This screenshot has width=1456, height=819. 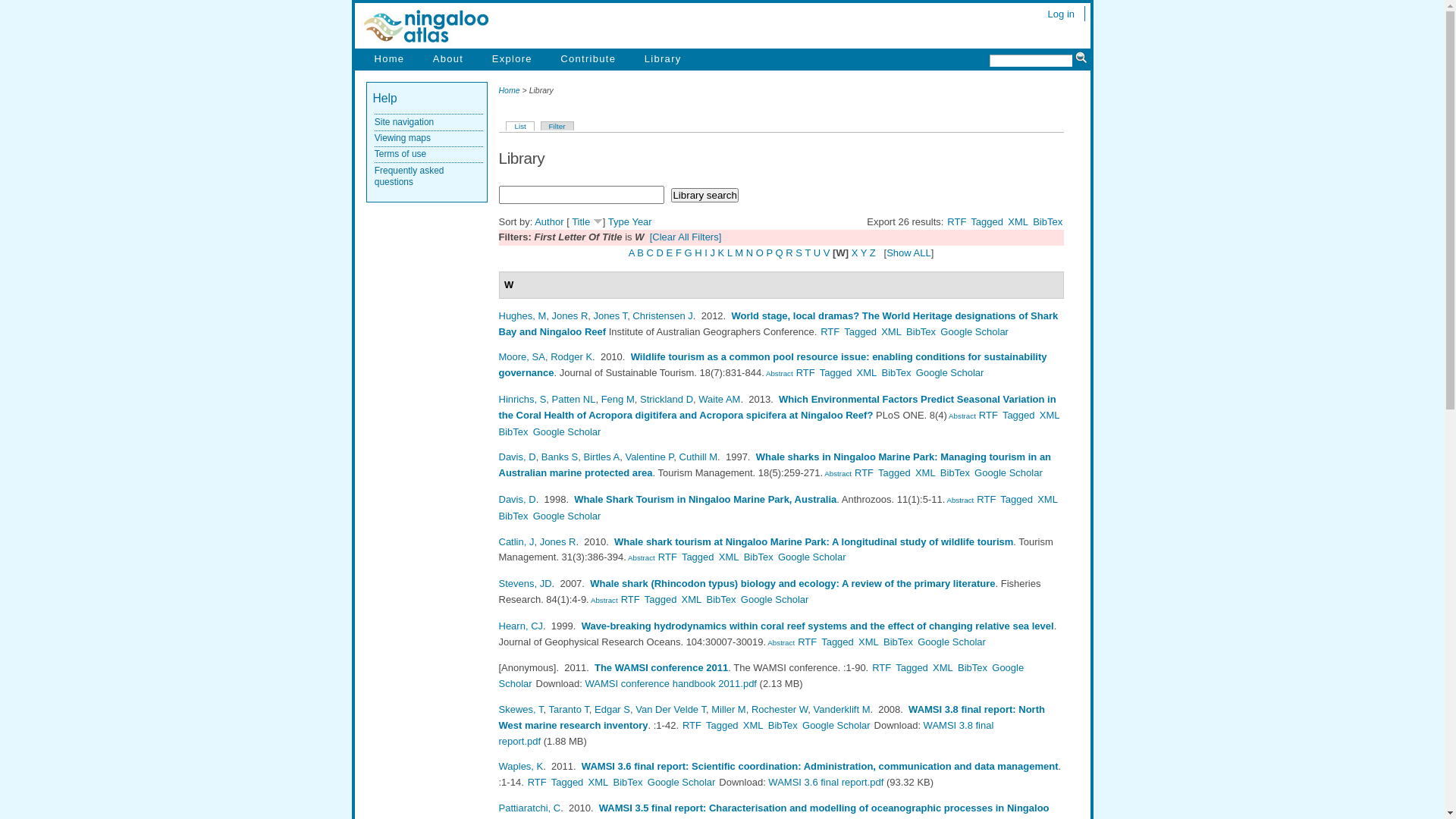 I want to click on 'Valentine P', so click(x=648, y=456).